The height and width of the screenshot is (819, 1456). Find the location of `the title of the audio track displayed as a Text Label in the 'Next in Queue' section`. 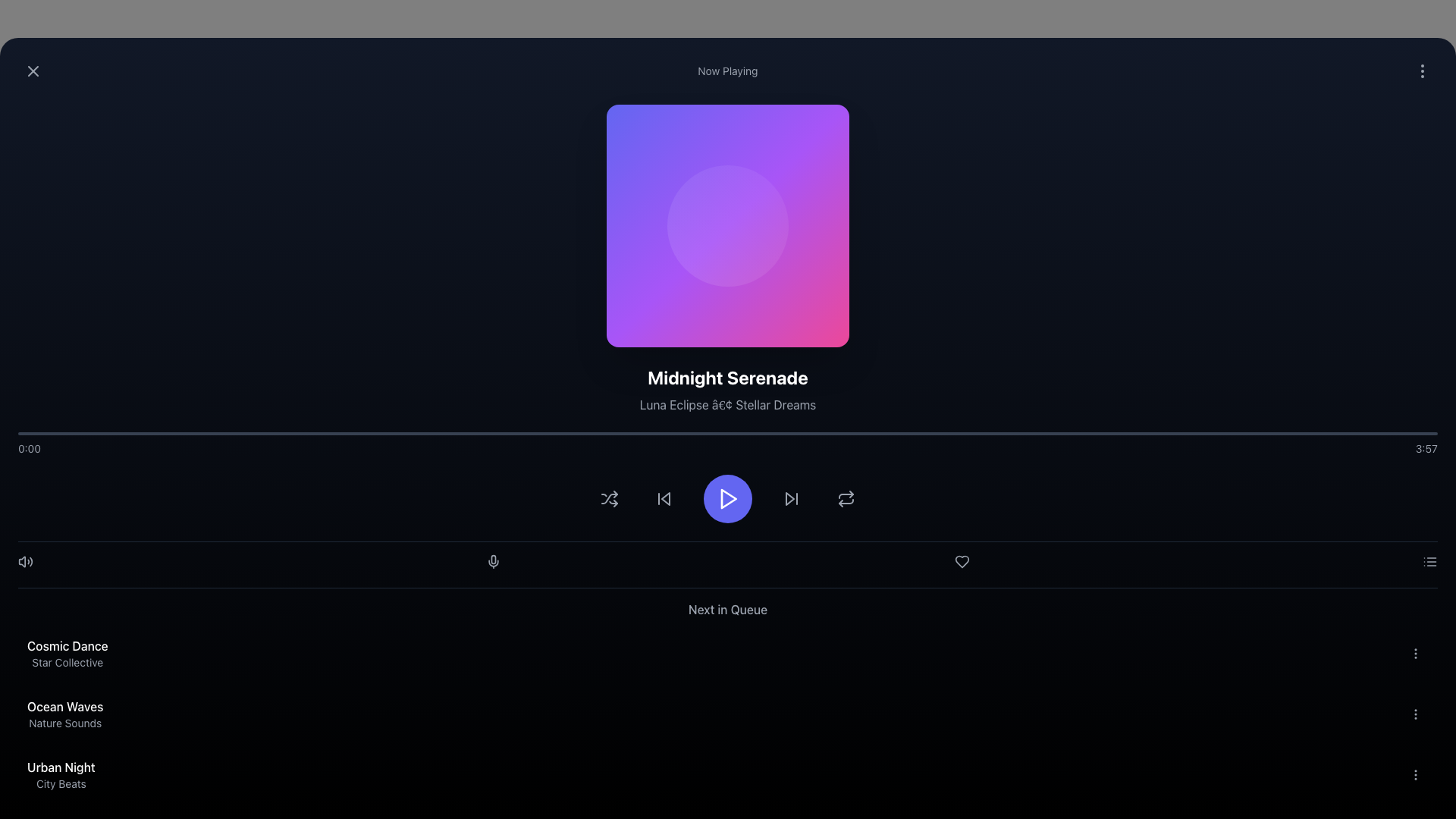

the title of the audio track displayed as a Text Label in the 'Next in Queue' section is located at coordinates (67, 646).